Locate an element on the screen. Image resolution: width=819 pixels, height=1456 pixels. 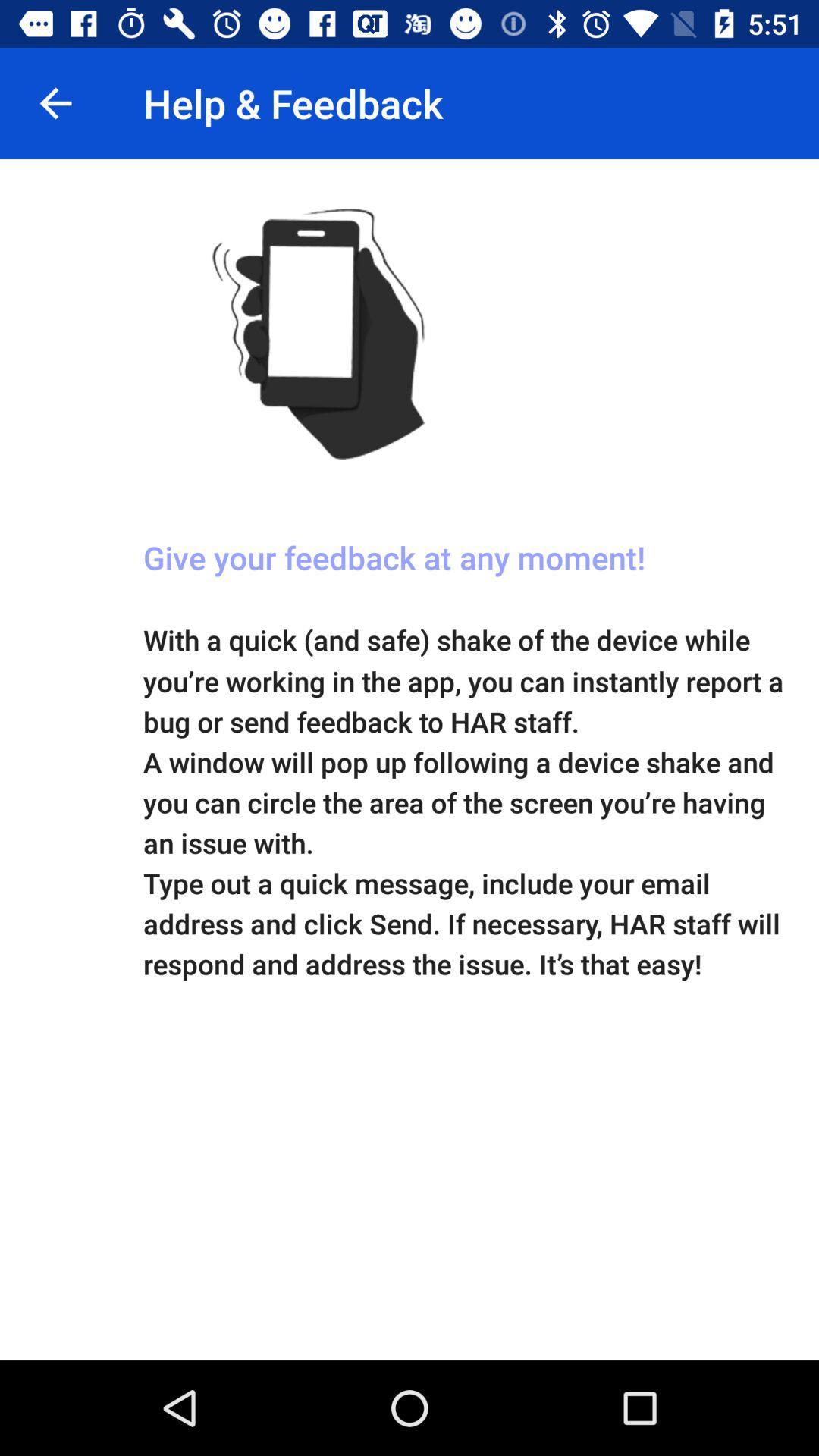
the item to the left of help & feedback is located at coordinates (55, 102).